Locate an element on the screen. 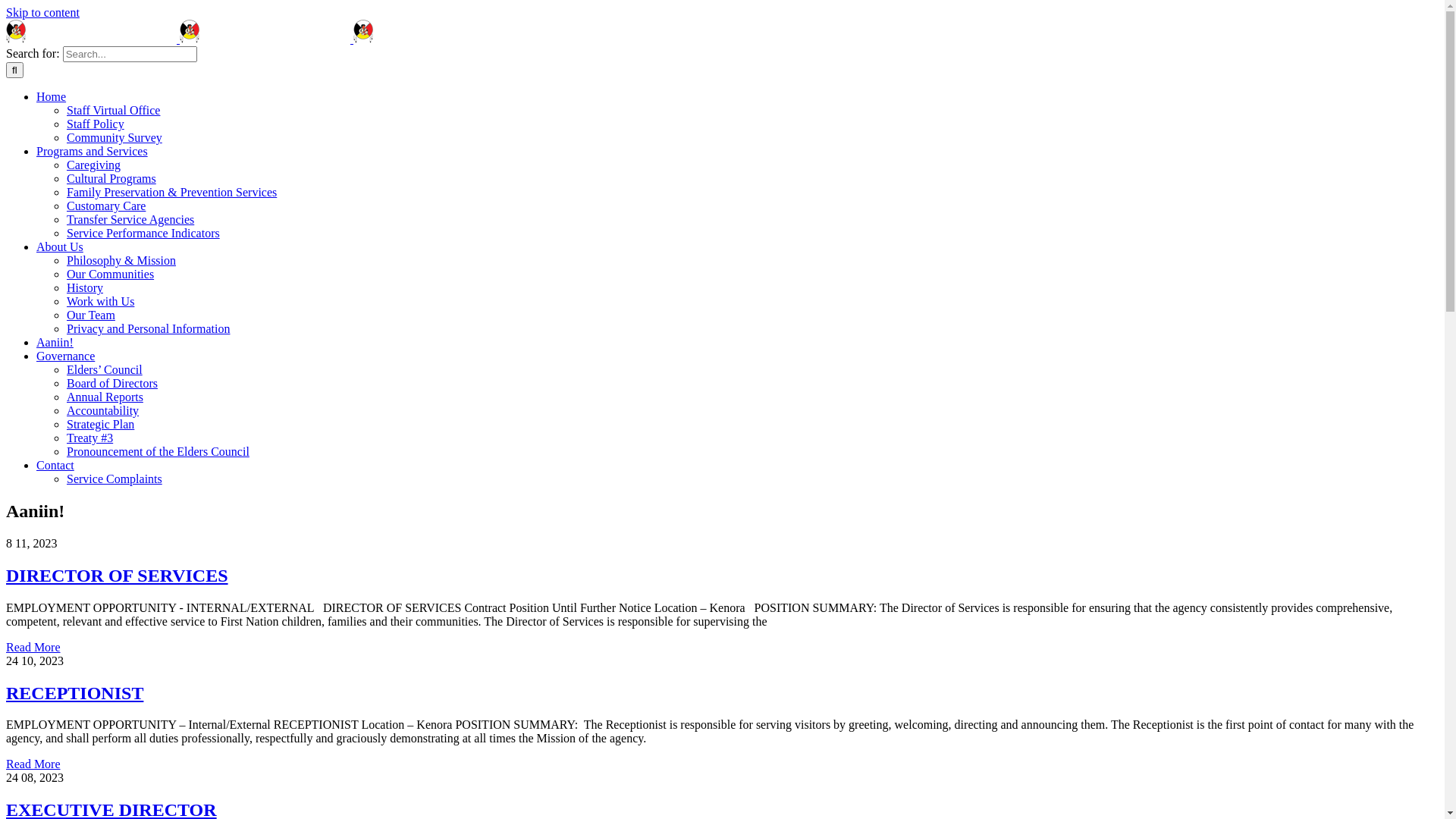  'Customary Care' is located at coordinates (105, 206).